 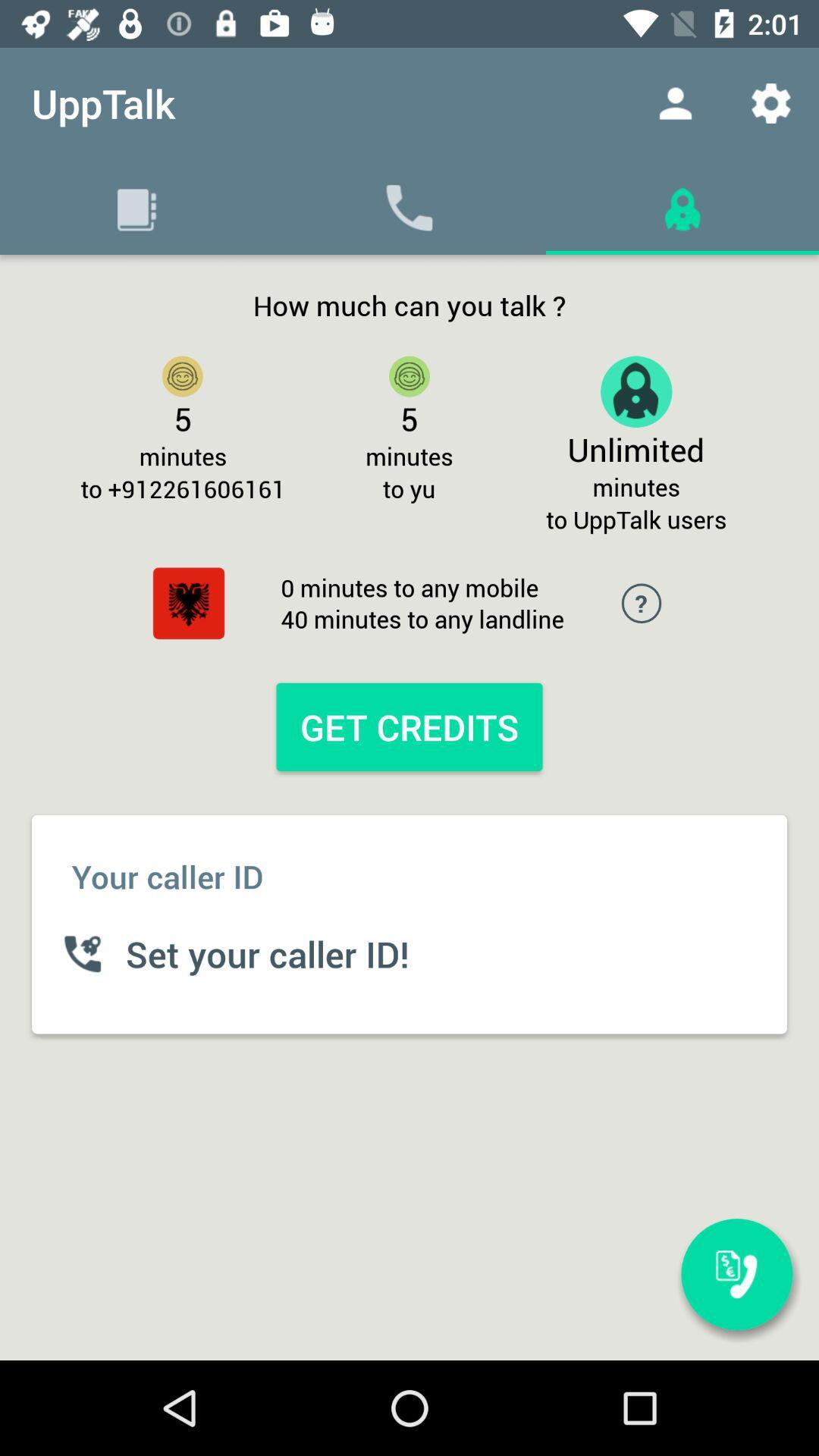 I want to click on call icon which is at bottom right corner of the page, so click(x=736, y=1274).